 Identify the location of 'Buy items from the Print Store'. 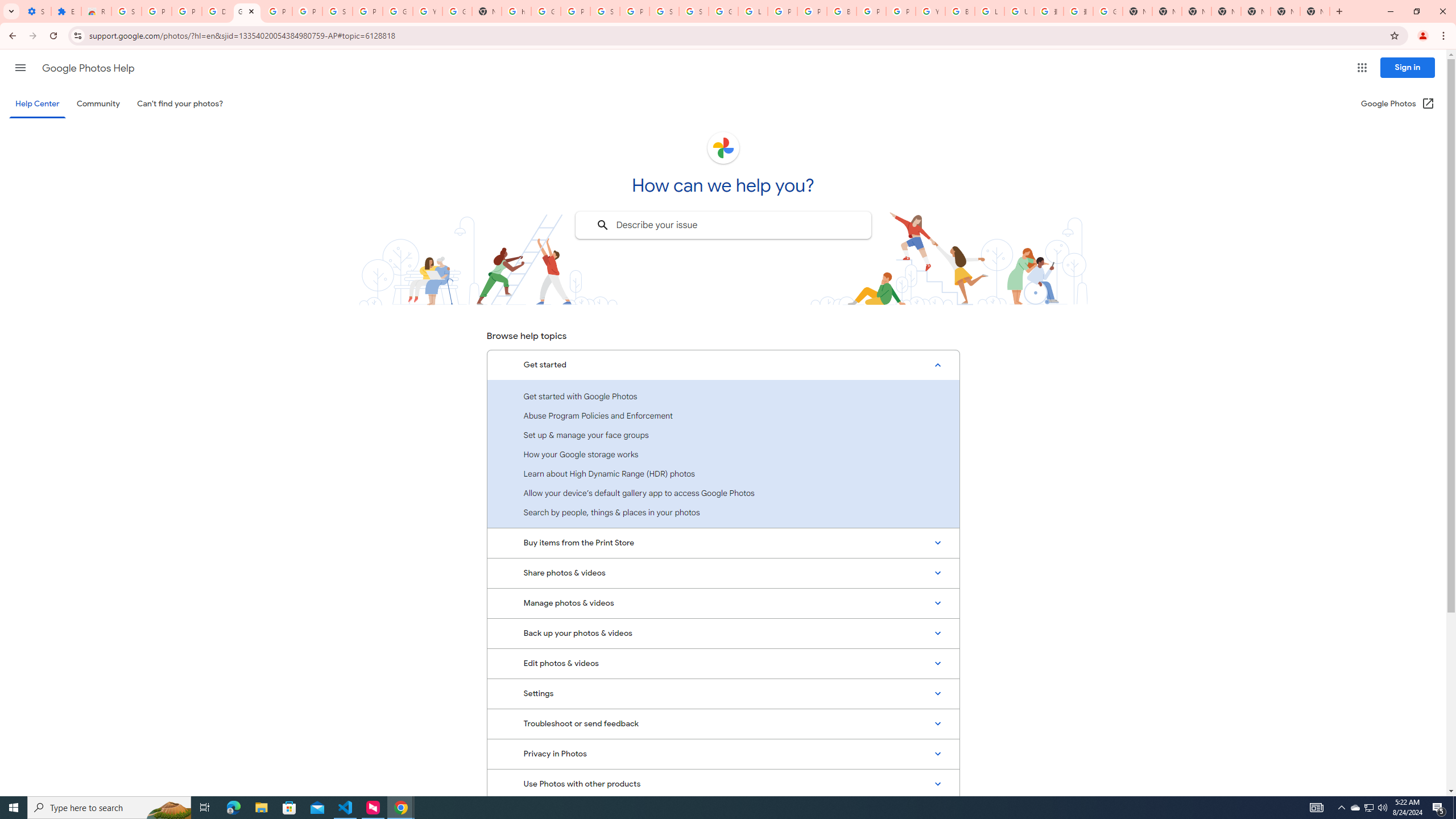
(723, 542).